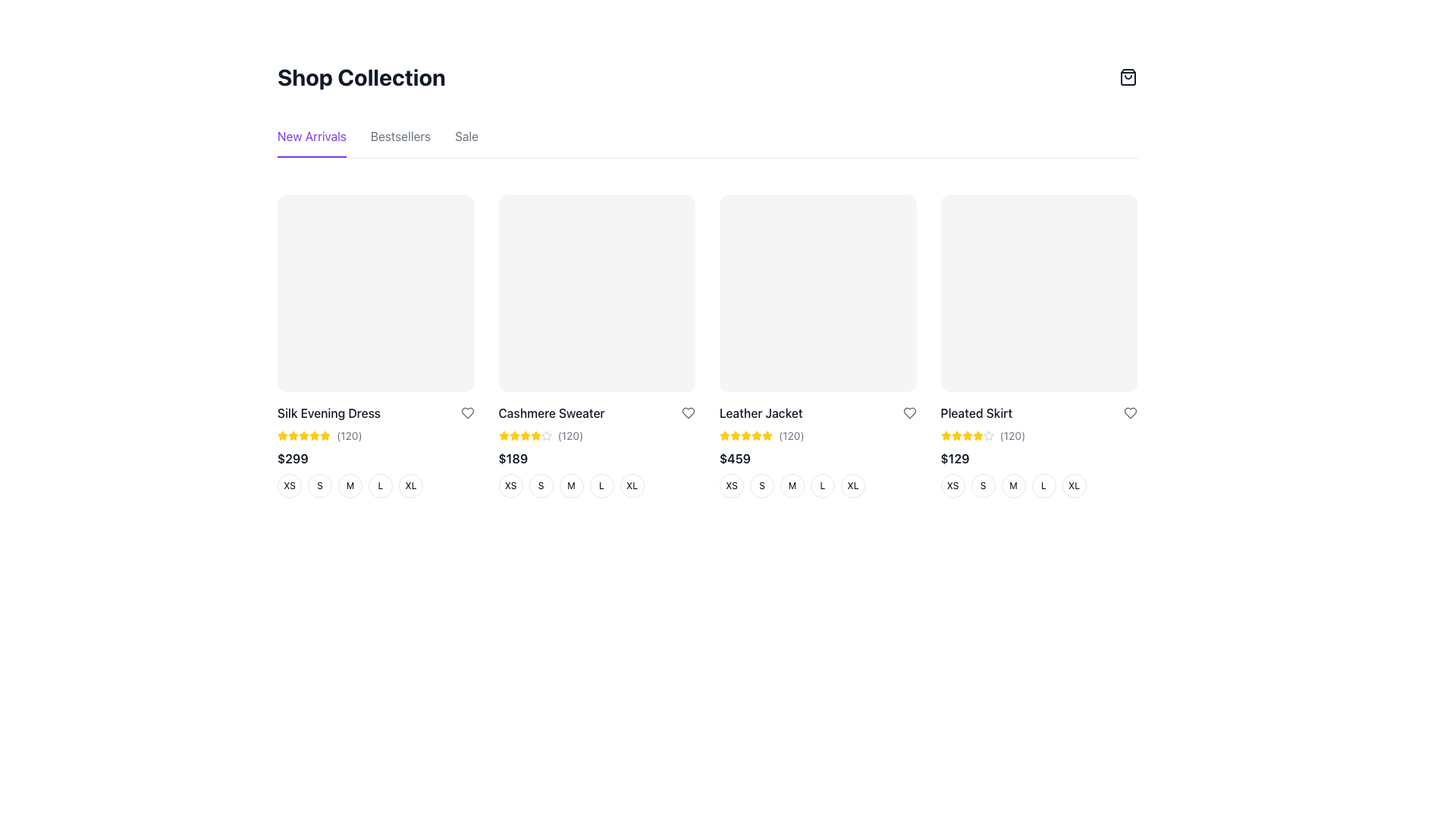  Describe the element at coordinates (976, 413) in the screenshot. I see `the 'Pleated Skirt' text label, which is styled in medium font weight and dark gray color, located in the fourth product card of the 'Shop Collection' section, beneath the product image and rating` at that location.